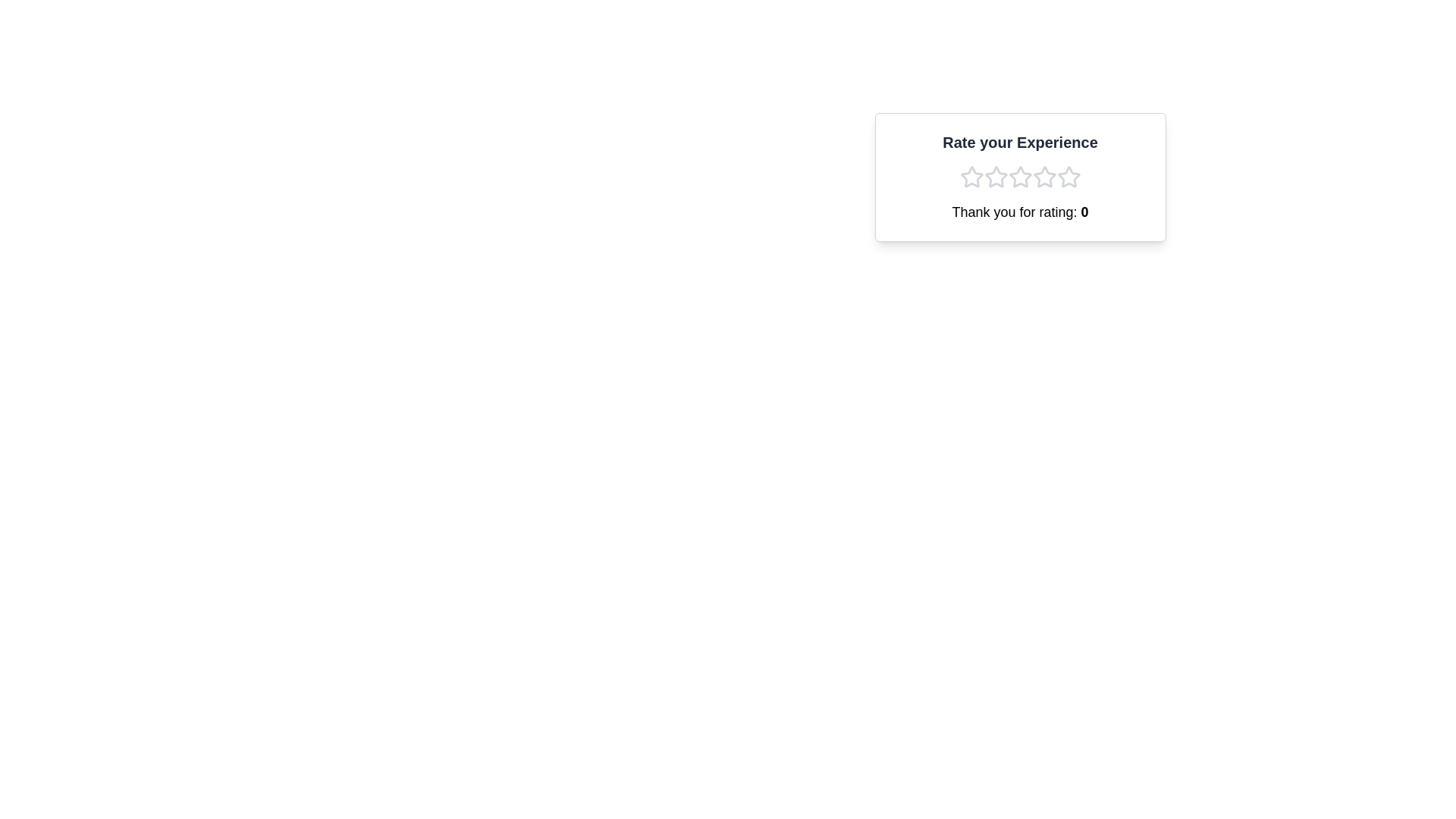  Describe the element at coordinates (1020, 176) in the screenshot. I see `the third star in the five-star rating row` at that location.